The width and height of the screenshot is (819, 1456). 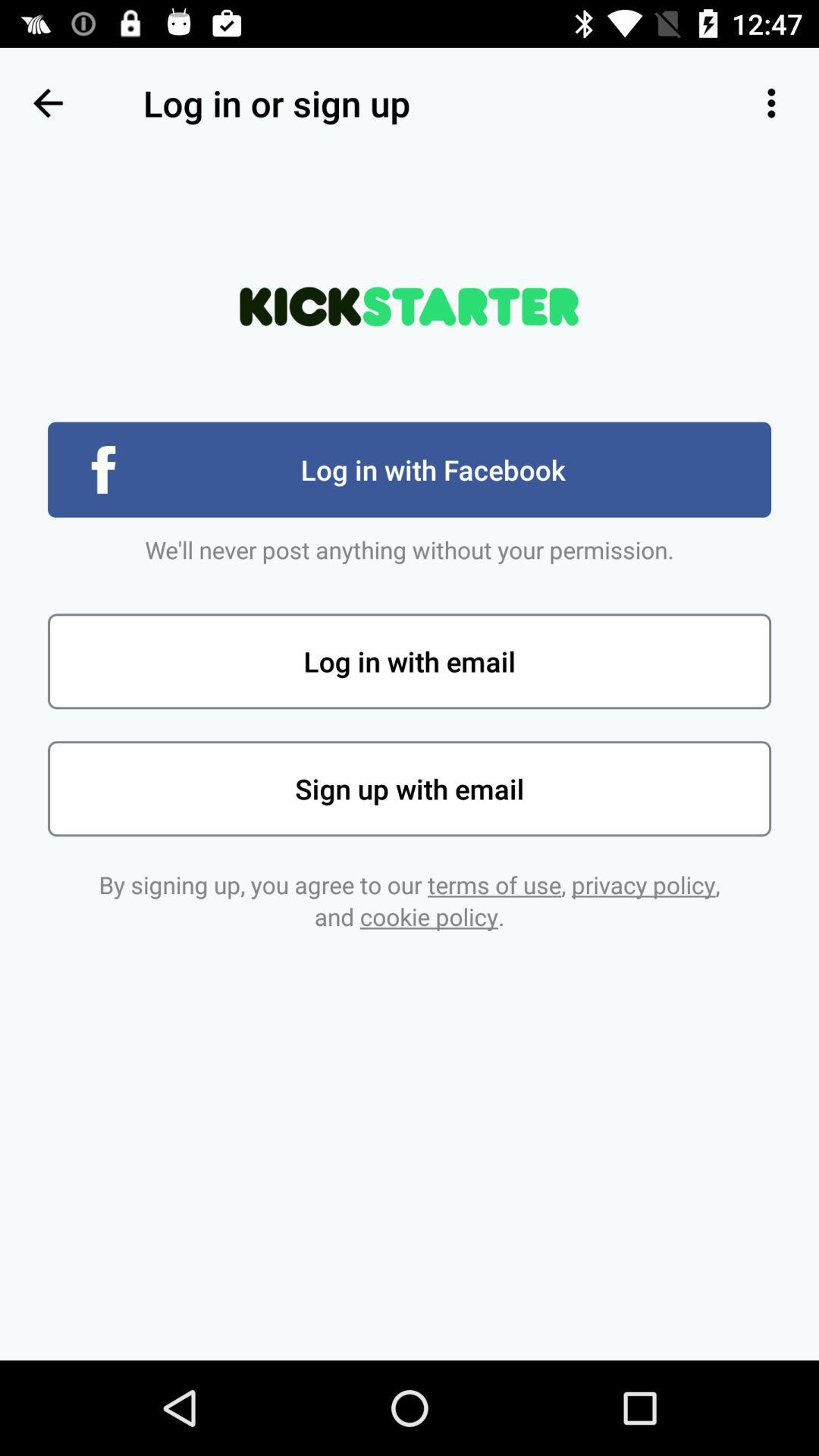 I want to click on icon next to log in or item, so click(x=771, y=102).